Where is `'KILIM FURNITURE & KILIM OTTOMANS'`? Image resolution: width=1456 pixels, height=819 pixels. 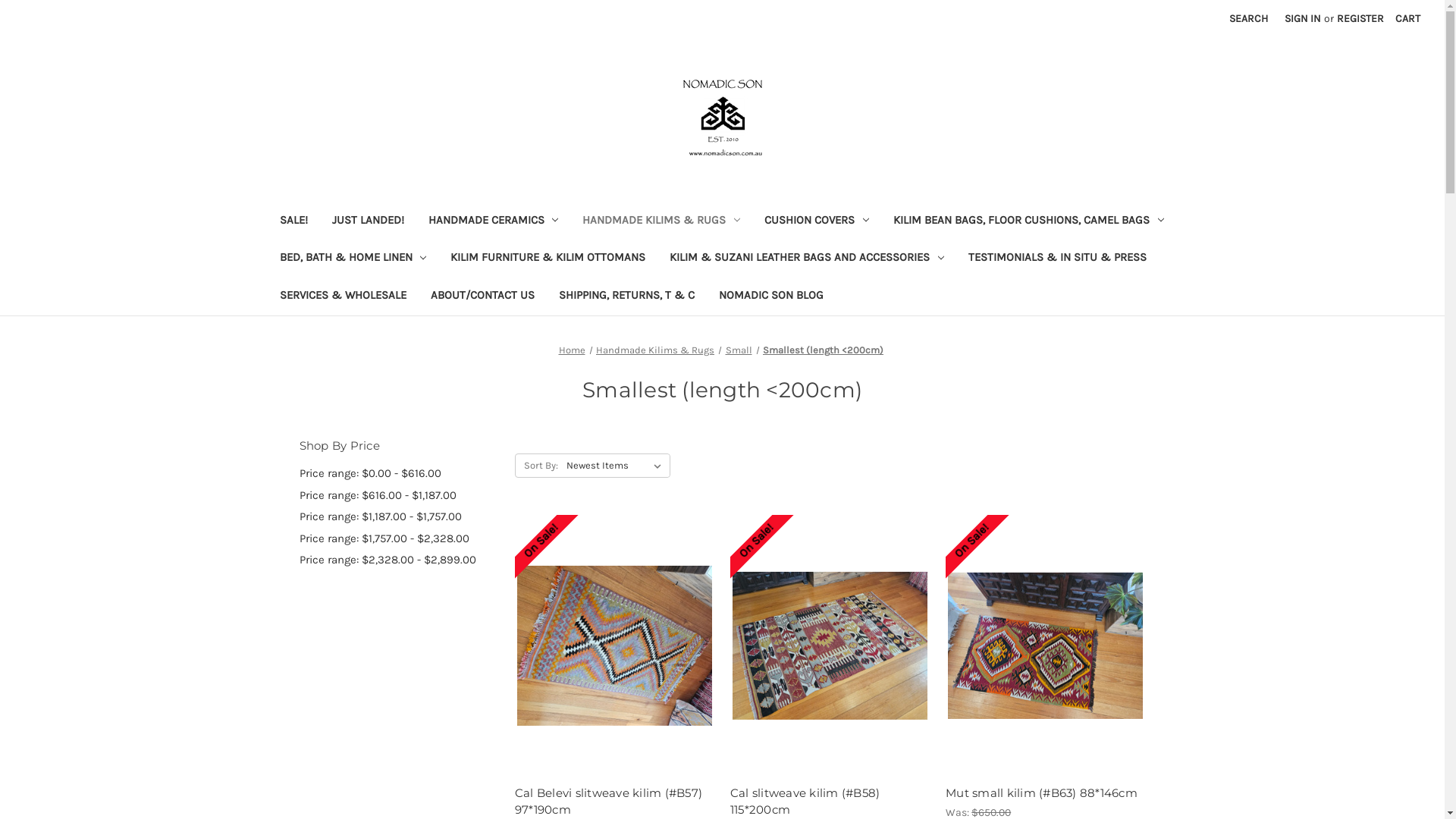 'KILIM FURNITURE & KILIM OTTOMANS' is located at coordinates (547, 258).